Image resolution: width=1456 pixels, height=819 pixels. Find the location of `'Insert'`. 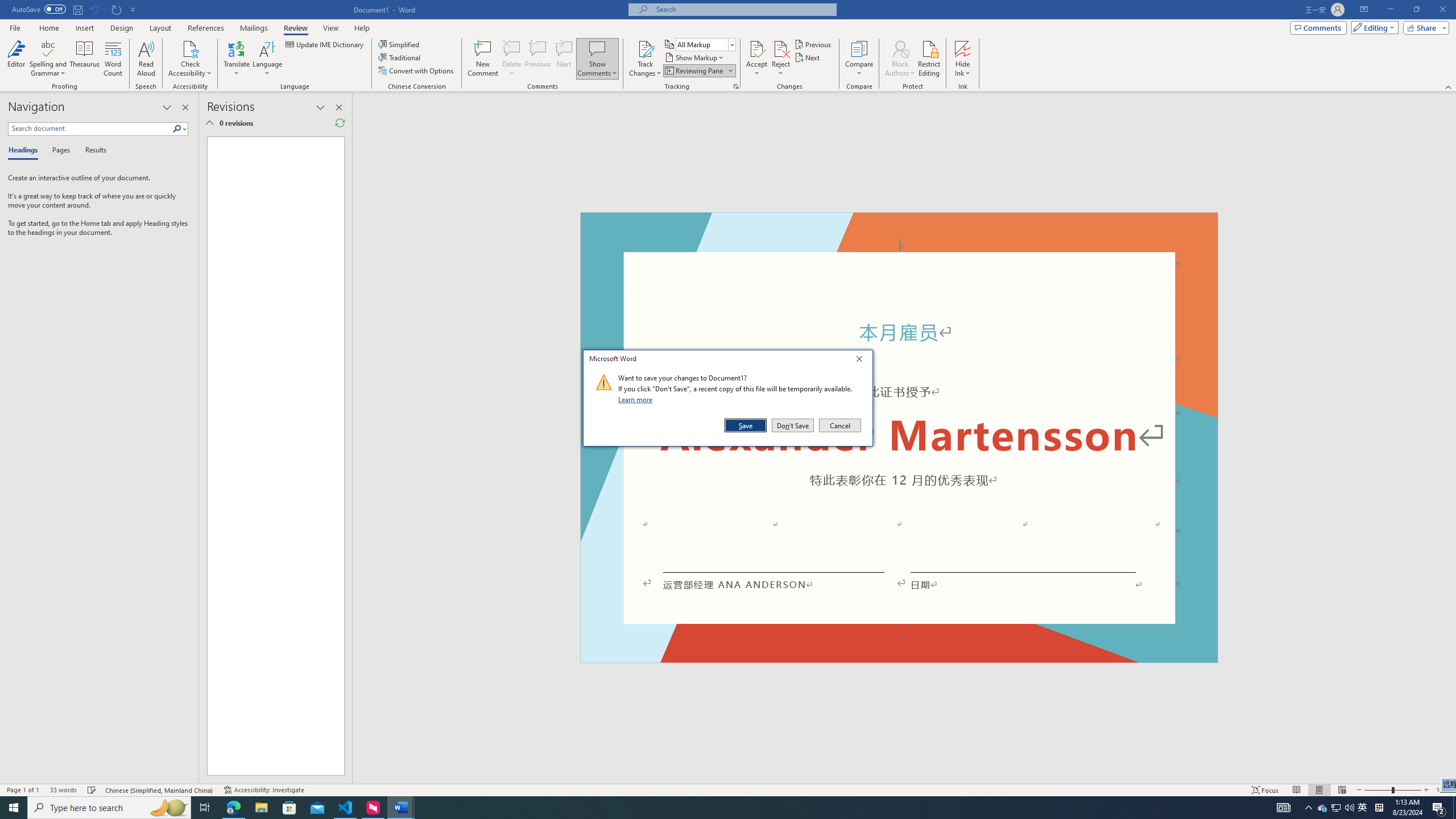

'Insert' is located at coordinates (84, 28).